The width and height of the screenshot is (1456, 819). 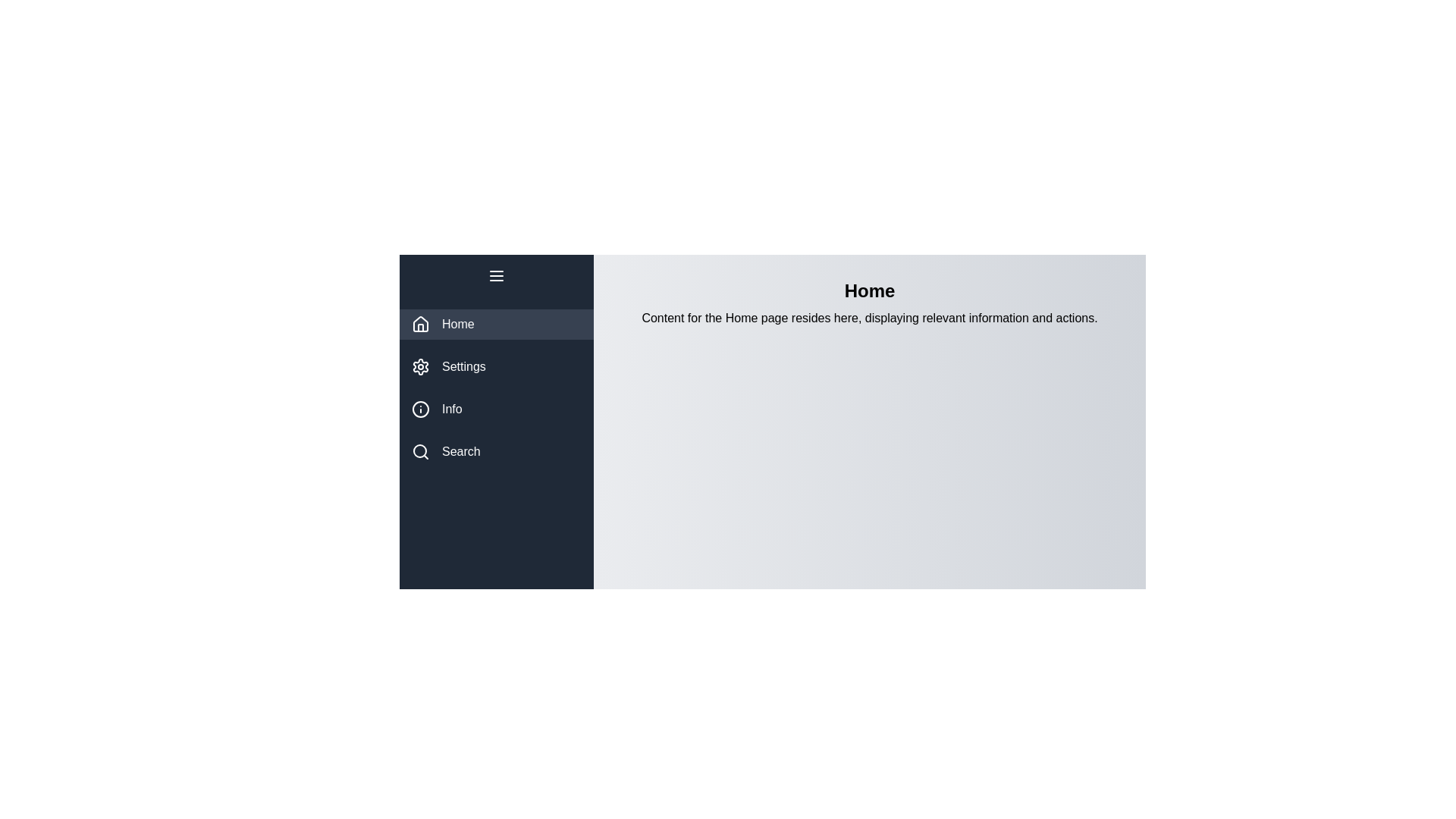 I want to click on the menu item Search to observe the hover effect, so click(x=496, y=451).